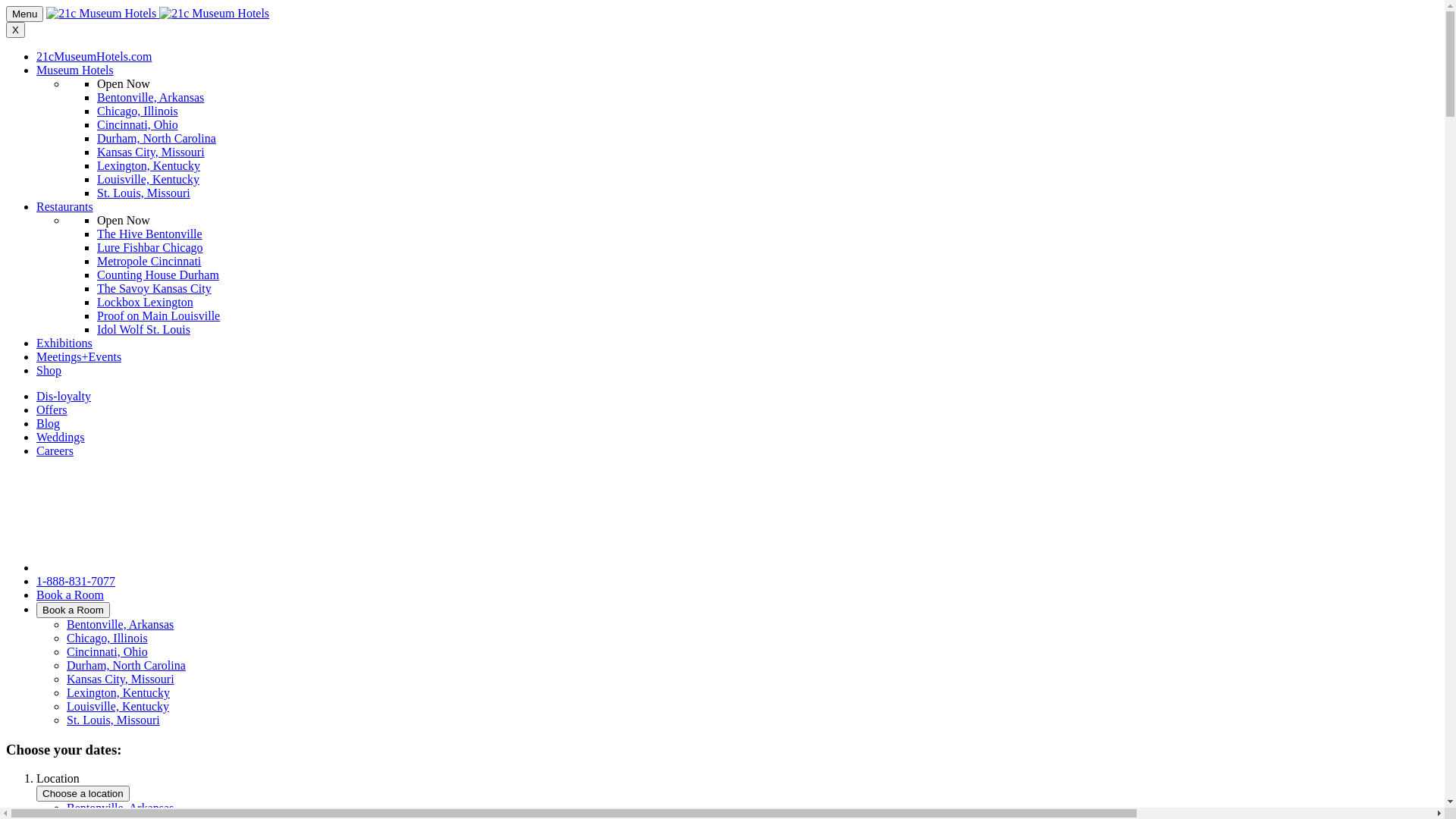  Describe the element at coordinates (149, 260) in the screenshot. I see `'Metropole Cincinnati'` at that location.